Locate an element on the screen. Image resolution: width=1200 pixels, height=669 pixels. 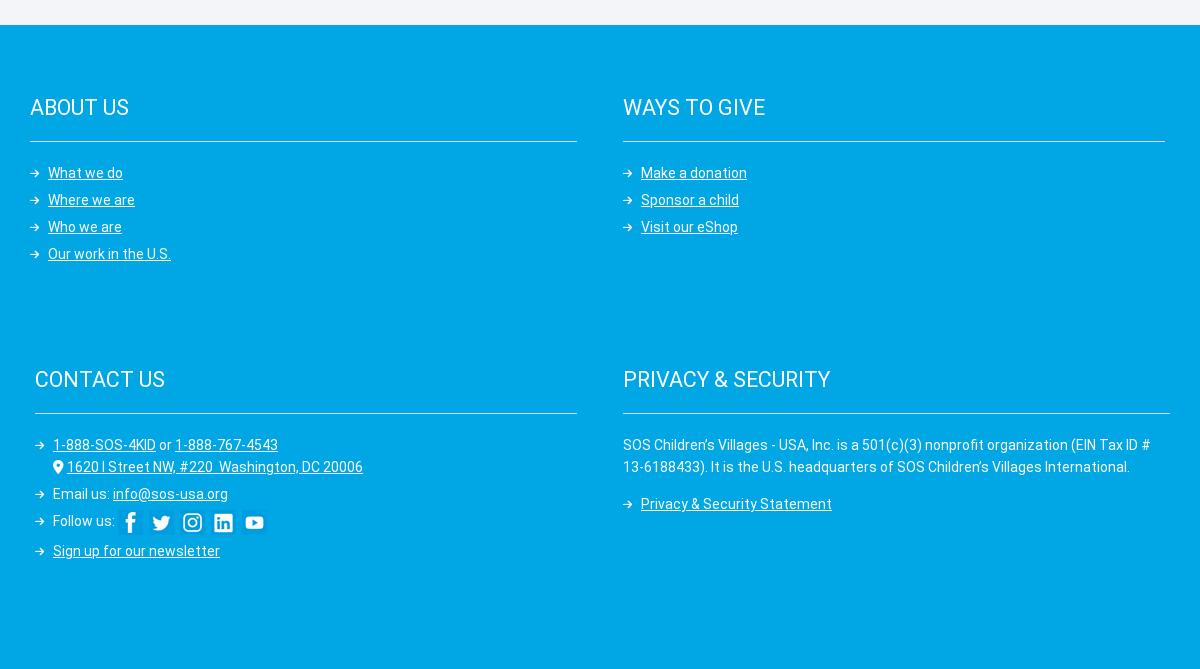
'Where we are' is located at coordinates (91, 198).